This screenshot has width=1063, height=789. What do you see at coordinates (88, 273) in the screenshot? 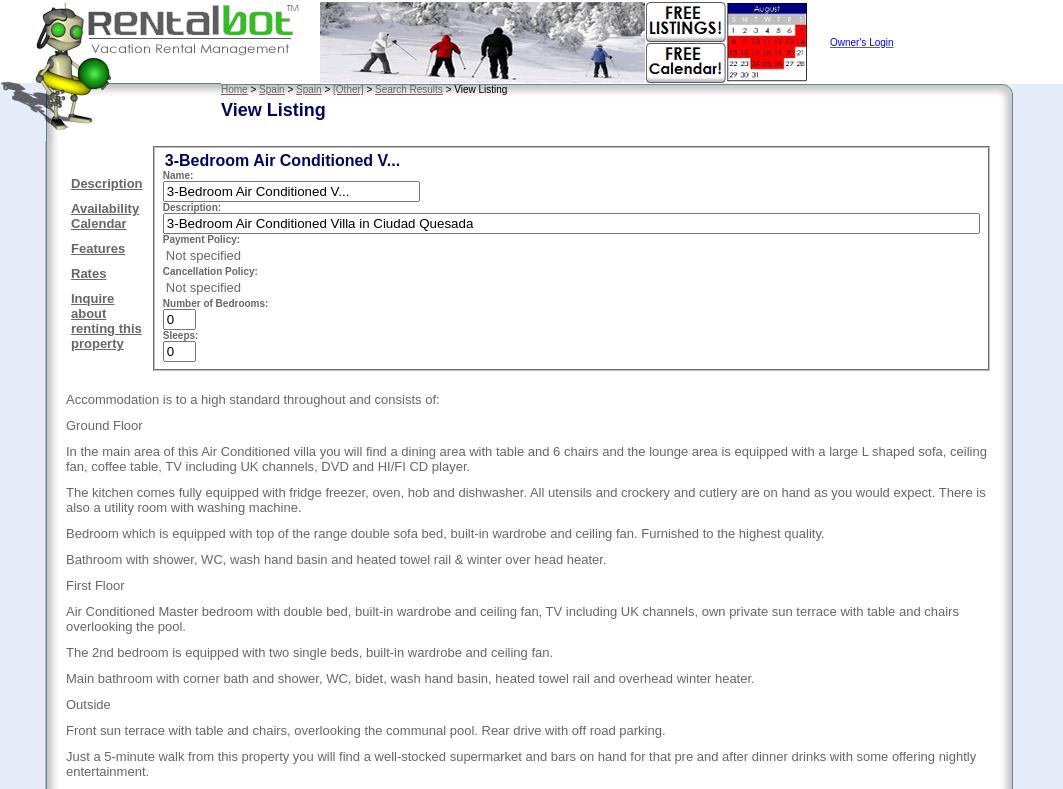
I see `'Rates'` at bounding box center [88, 273].